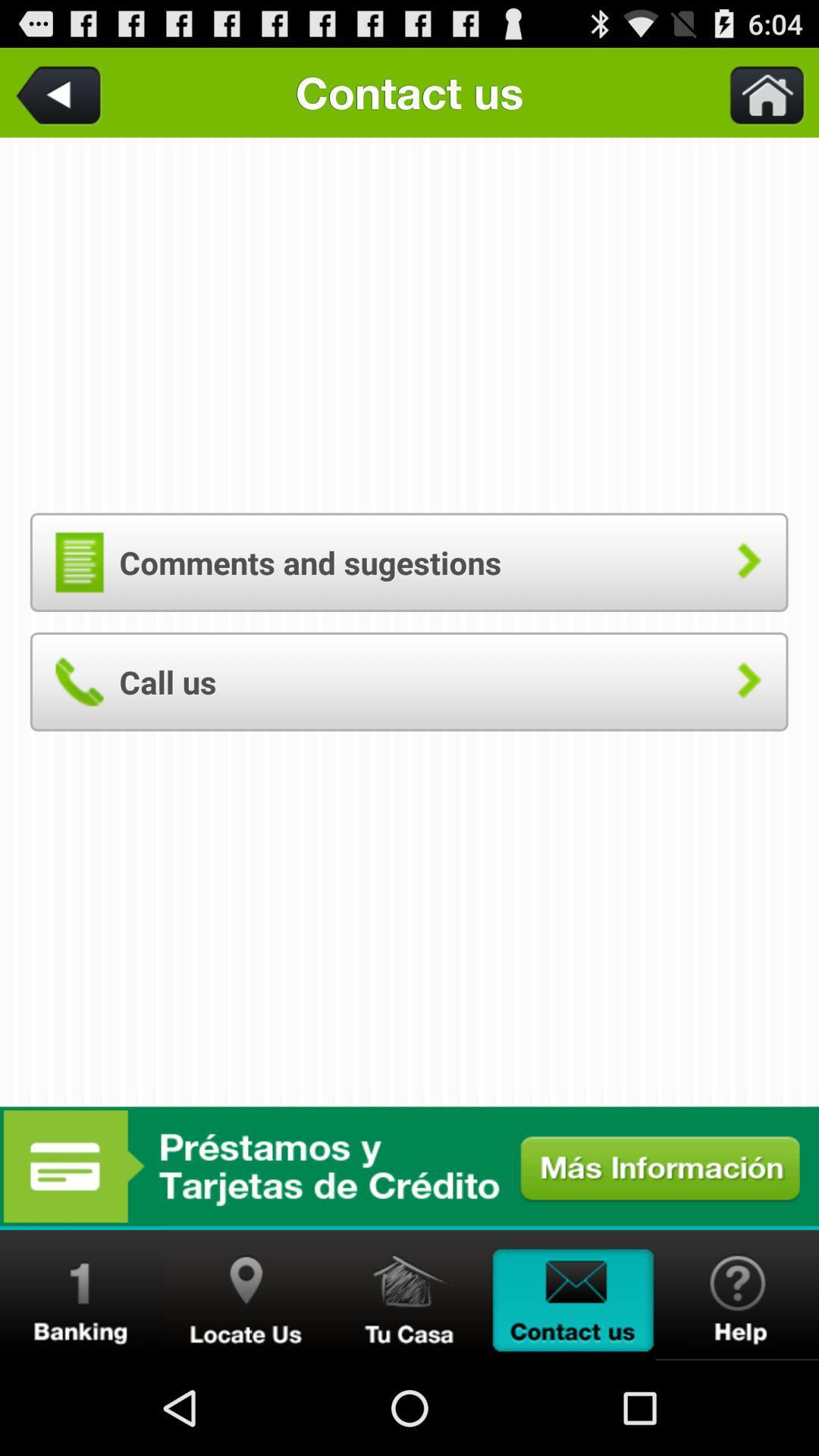  What do you see at coordinates (736, 1294) in the screenshot?
I see `get assistance on a problem with the app` at bounding box center [736, 1294].